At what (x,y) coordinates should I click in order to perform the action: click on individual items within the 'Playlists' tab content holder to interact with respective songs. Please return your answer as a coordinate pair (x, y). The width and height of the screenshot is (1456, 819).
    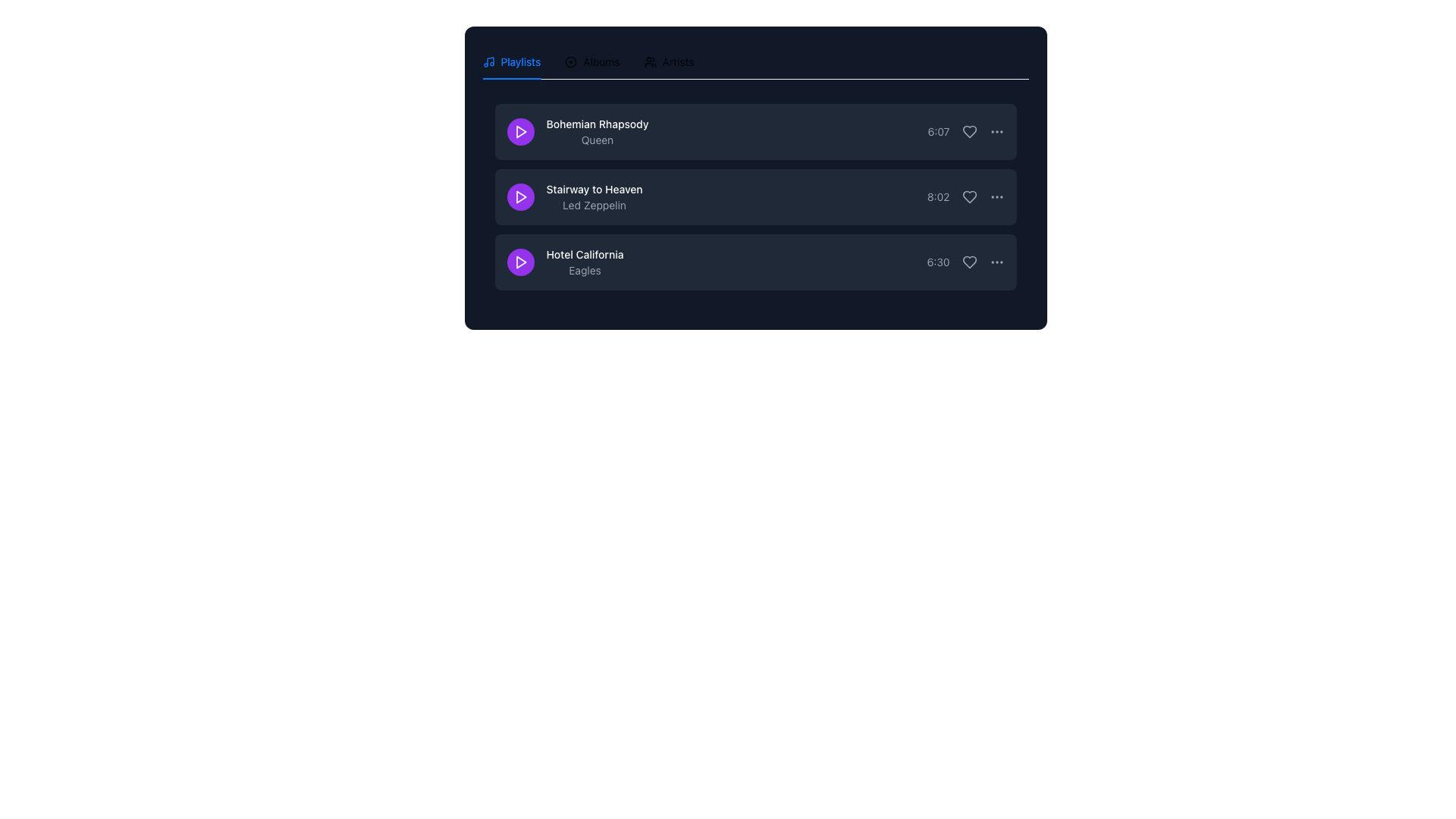
    Looking at the image, I should click on (755, 201).